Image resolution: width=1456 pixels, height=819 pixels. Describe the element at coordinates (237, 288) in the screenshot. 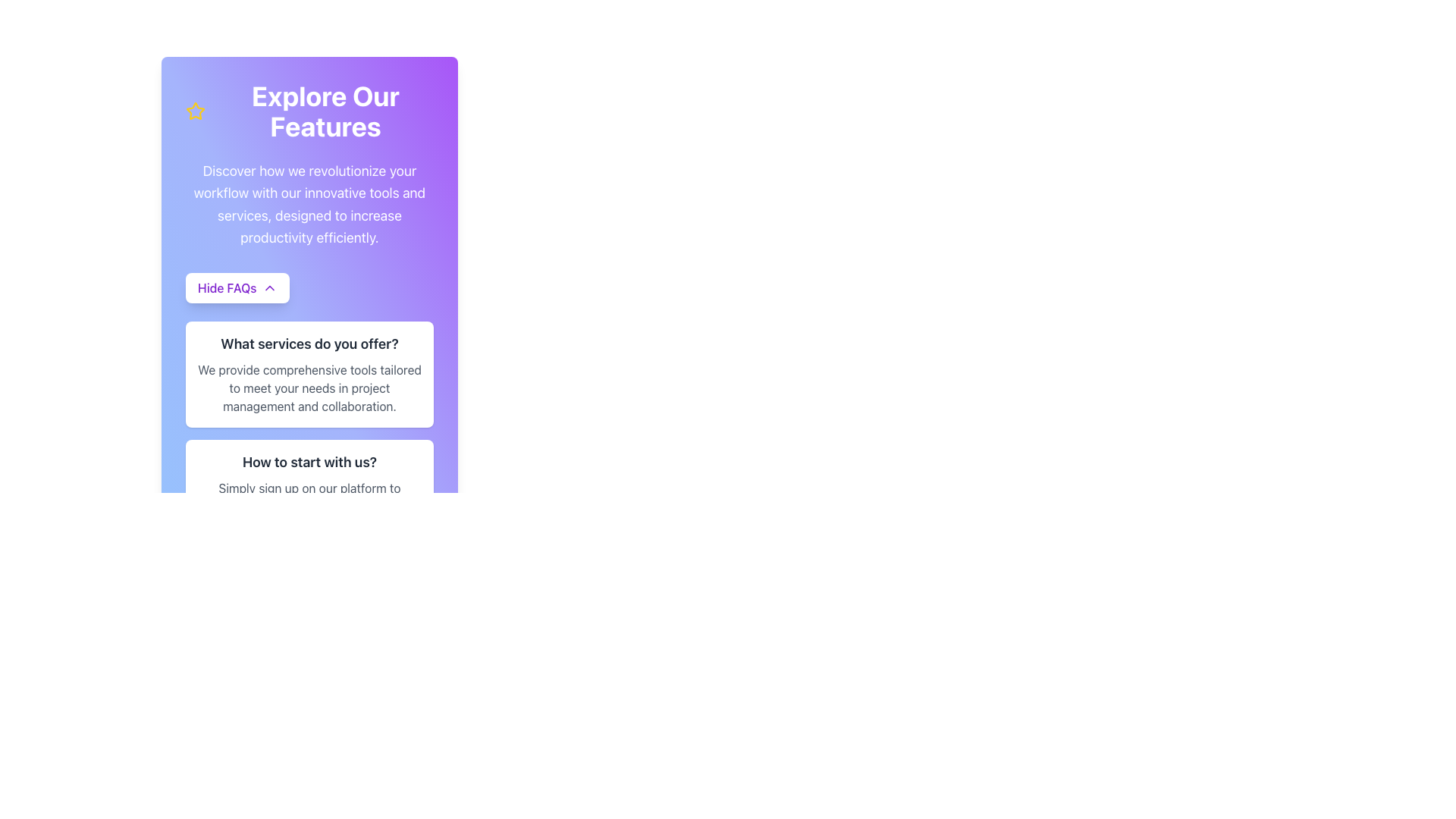

I see `the 'Hide FAQs' button, which is a rectangular button with purple text and an upward-facing arrow icon, located below the 'Explore Our Features' text segment` at that location.